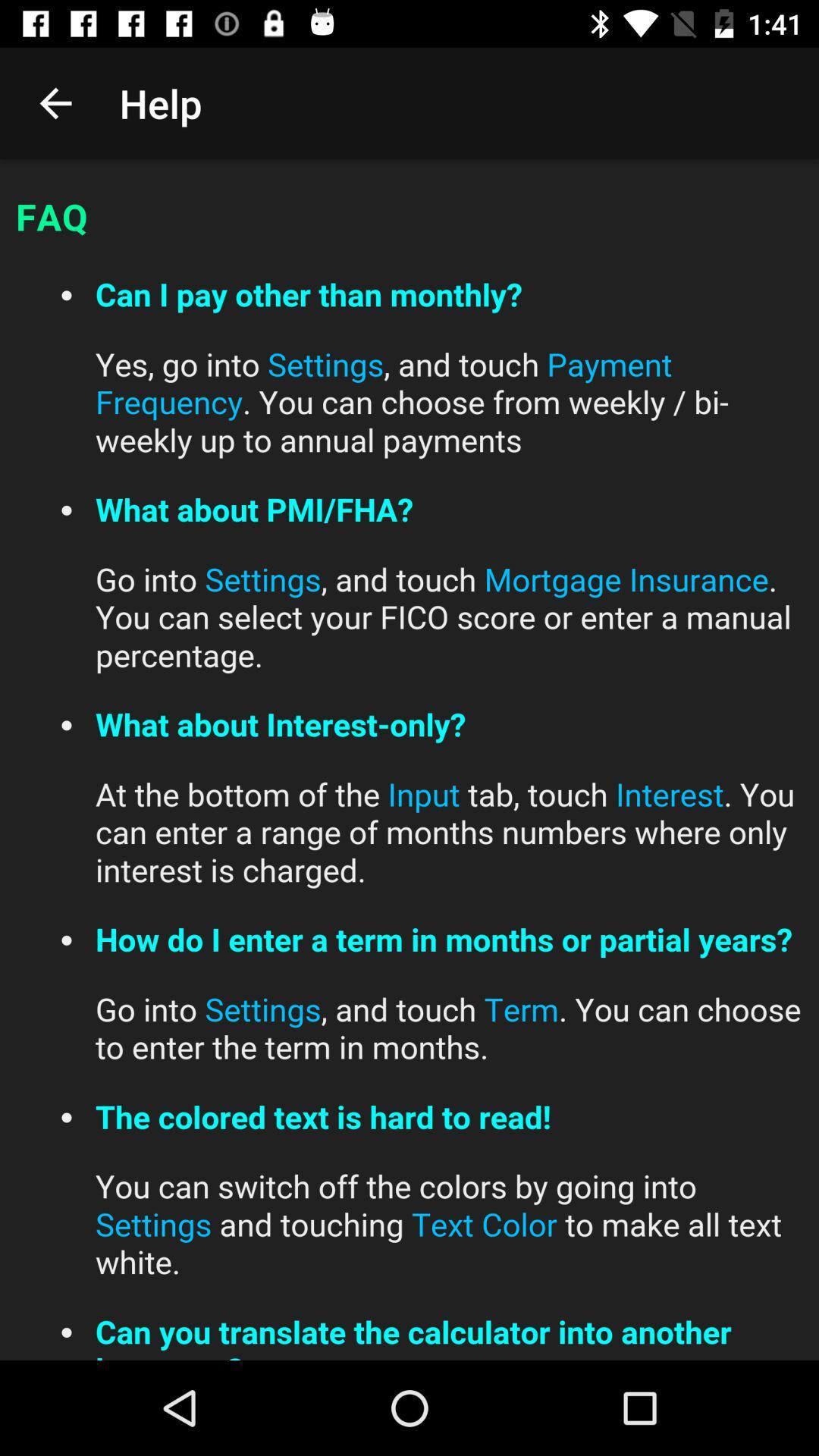 Image resolution: width=819 pixels, height=1456 pixels. Describe the element at coordinates (409, 760) in the screenshot. I see `read faqs` at that location.